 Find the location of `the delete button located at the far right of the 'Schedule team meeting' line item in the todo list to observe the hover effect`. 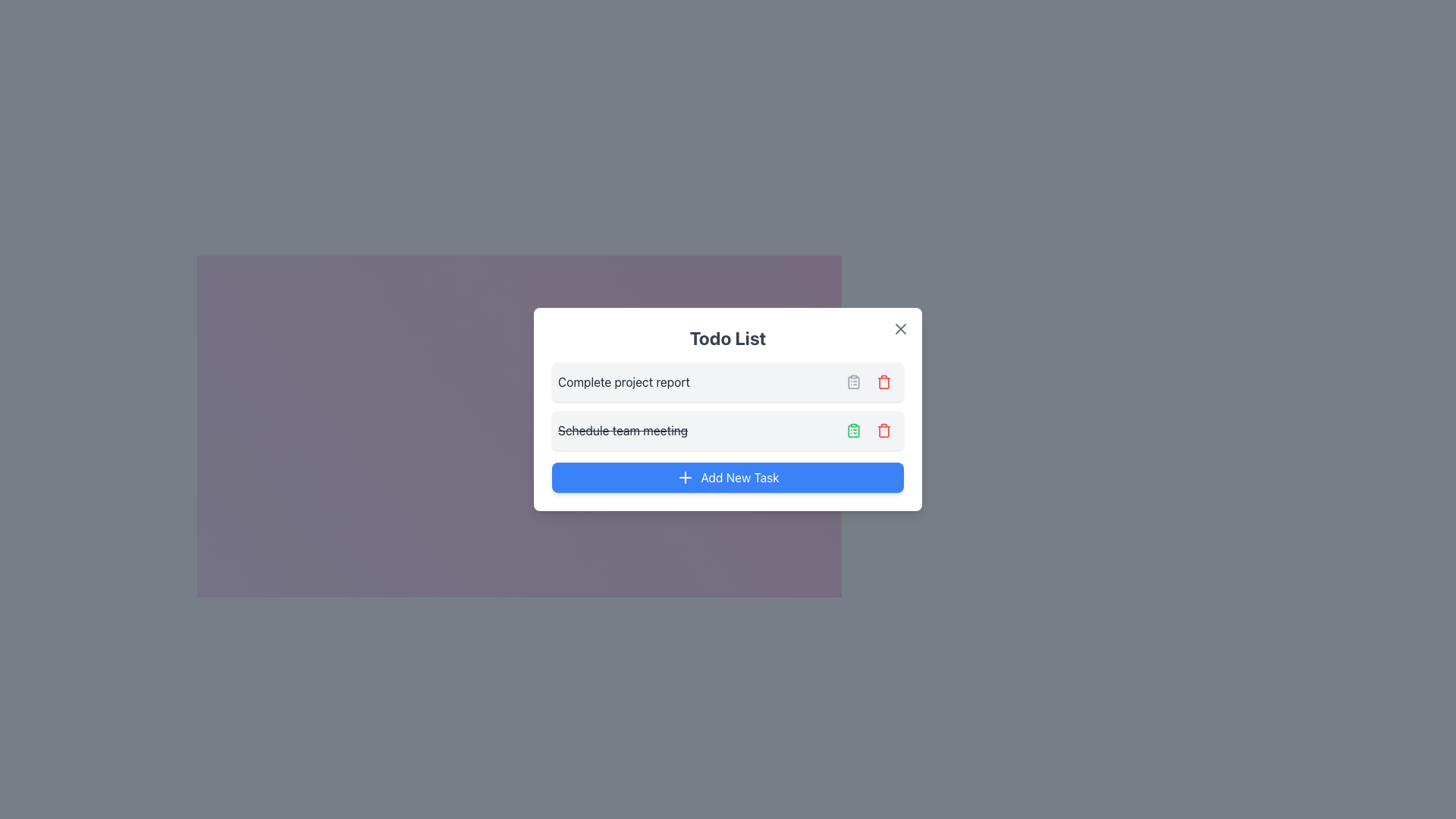

the delete button located at the far right of the 'Schedule team meeting' line item in the todo list to observe the hover effect is located at coordinates (884, 430).